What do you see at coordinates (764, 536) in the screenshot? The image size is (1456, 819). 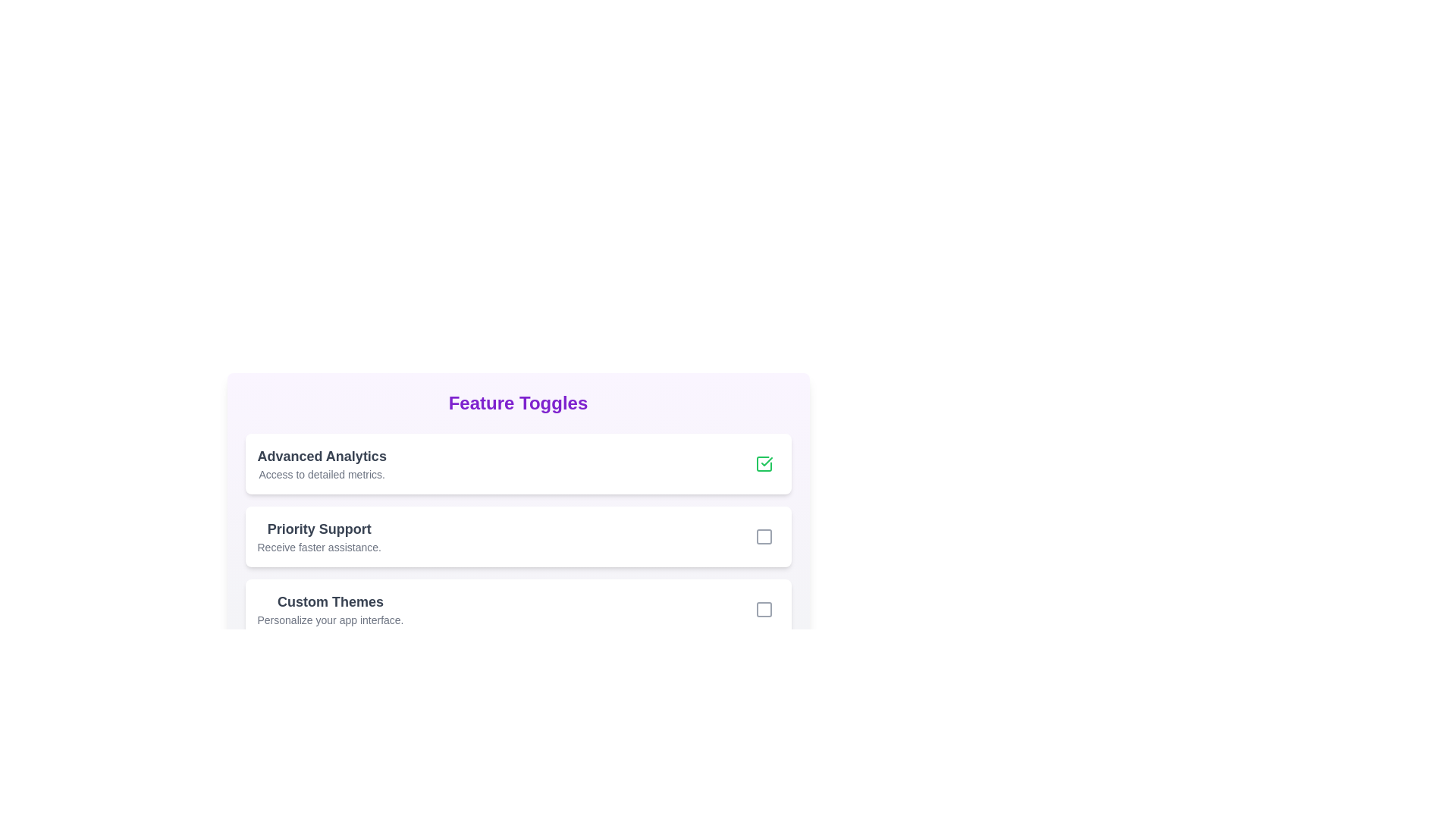 I see `the list item corresponding to the checked state of the second toggle option labeled 'Priority Support' by clicking on the inner square of the SVG-based checkbox` at bounding box center [764, 536].